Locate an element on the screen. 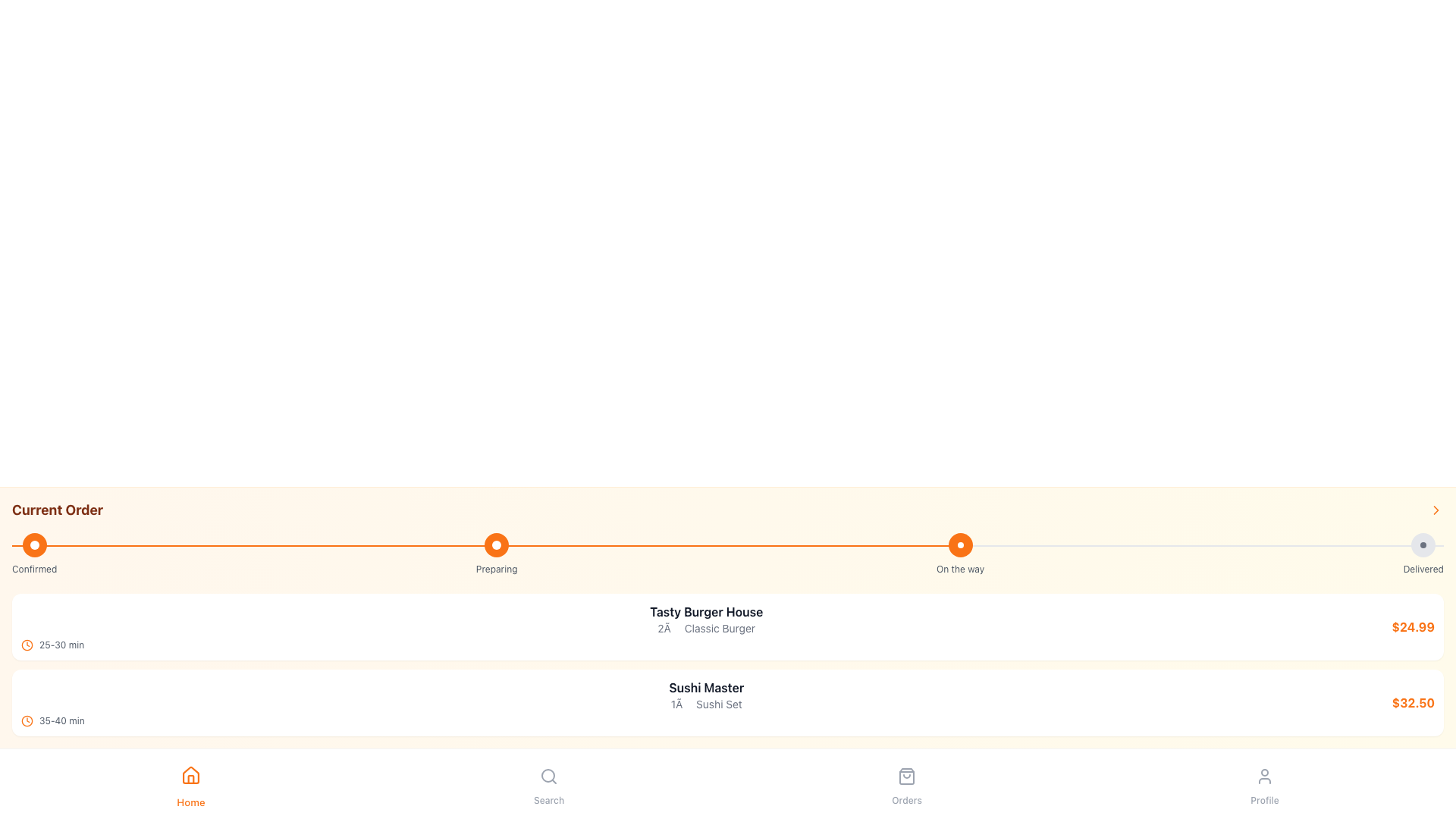 This screenshot has height=819, width=1456. the Status indicator that shows 'On the way' in the order progress tracker, which is the third milestone in the horizontal progress bar is located at coordinates (959, 554).